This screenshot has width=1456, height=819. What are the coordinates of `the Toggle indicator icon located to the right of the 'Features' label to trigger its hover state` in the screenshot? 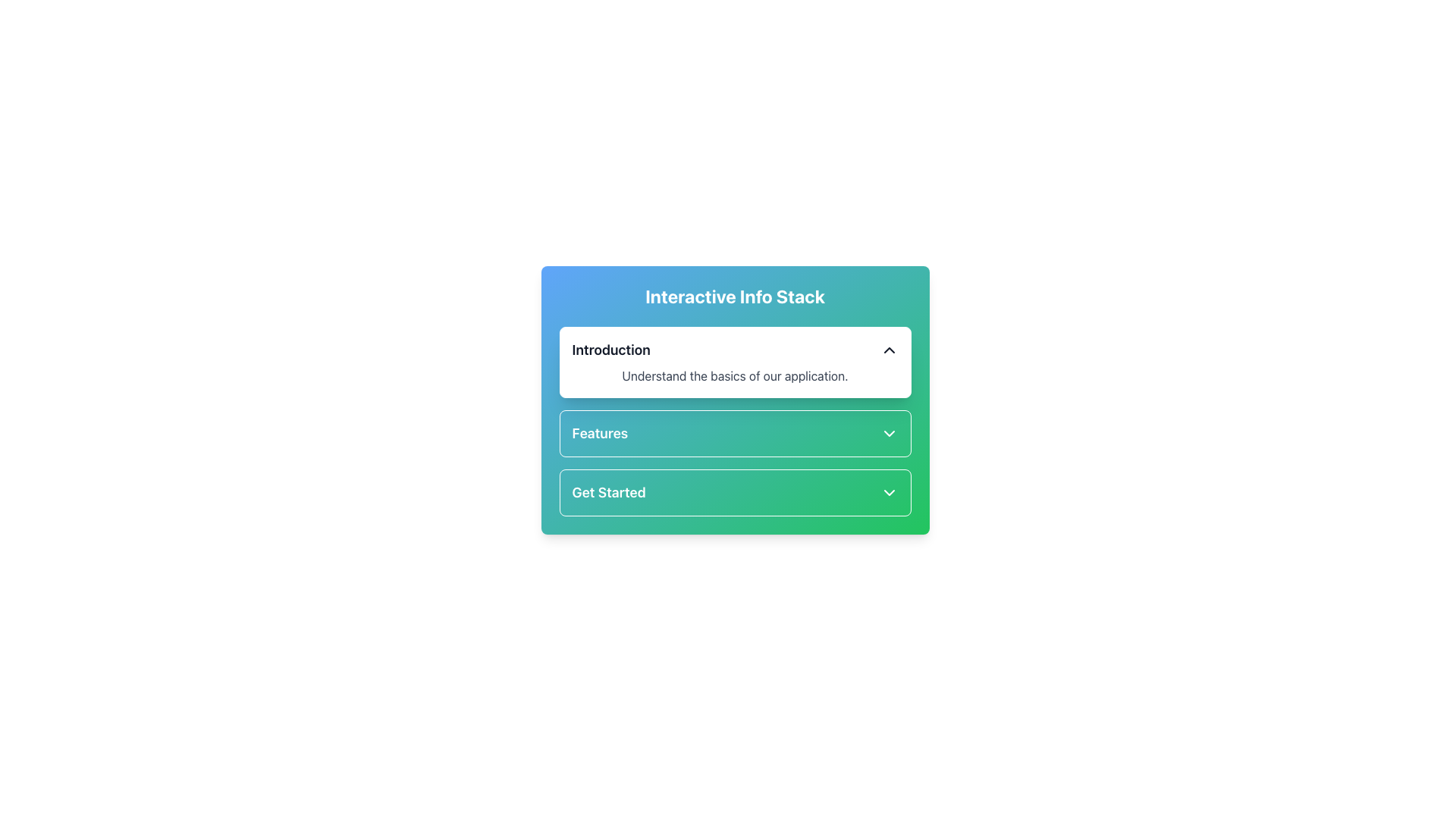 It's located at (889, 433).